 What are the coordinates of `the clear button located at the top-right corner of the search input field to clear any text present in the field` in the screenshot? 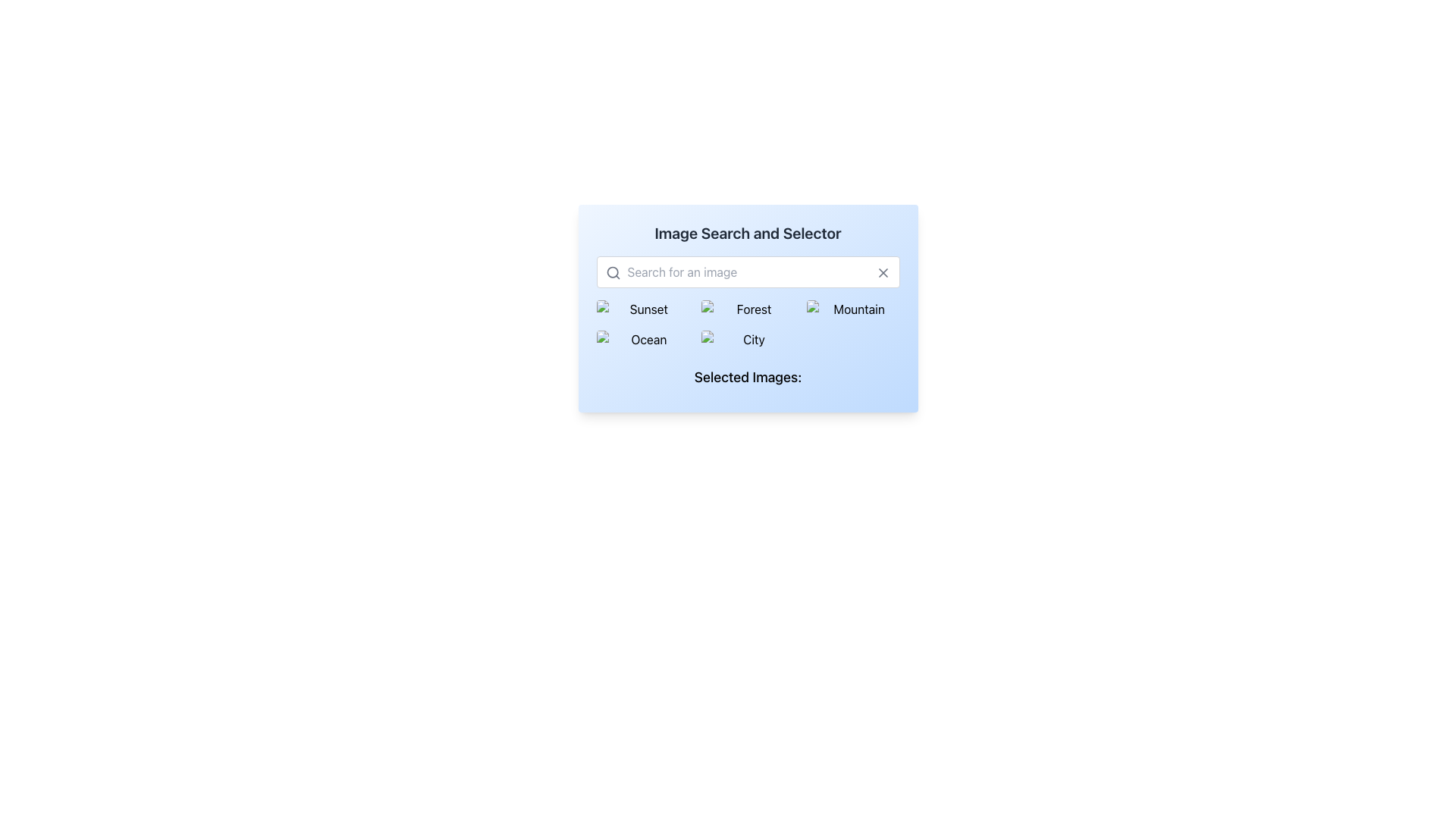 It's located at (883, 271).